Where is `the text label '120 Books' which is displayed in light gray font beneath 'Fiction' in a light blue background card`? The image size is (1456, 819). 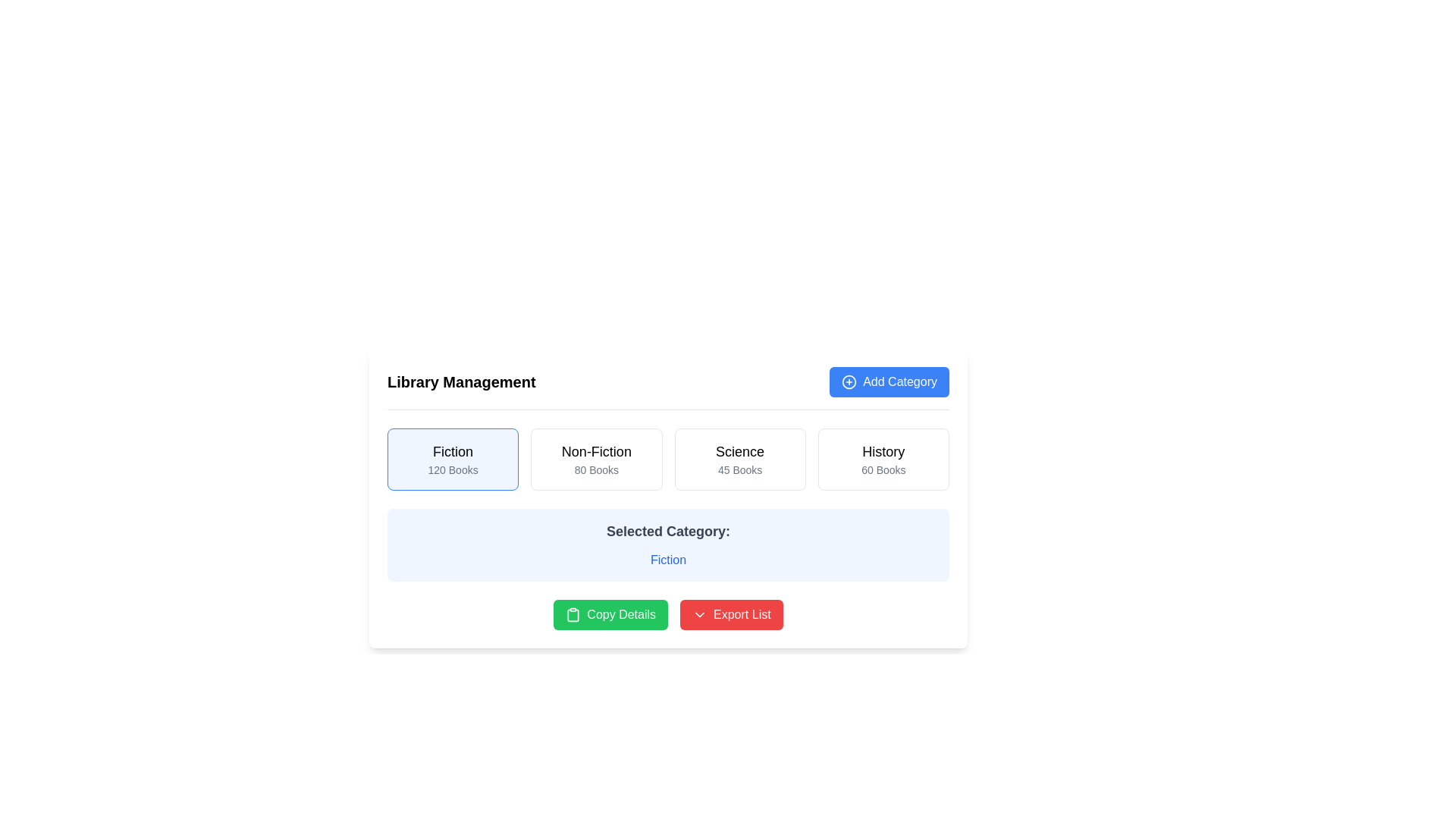
the text label '120 Books' which is displayed in light gray font beneath 'Fiction' in a light blue background card is located at coordinates (452, 469).